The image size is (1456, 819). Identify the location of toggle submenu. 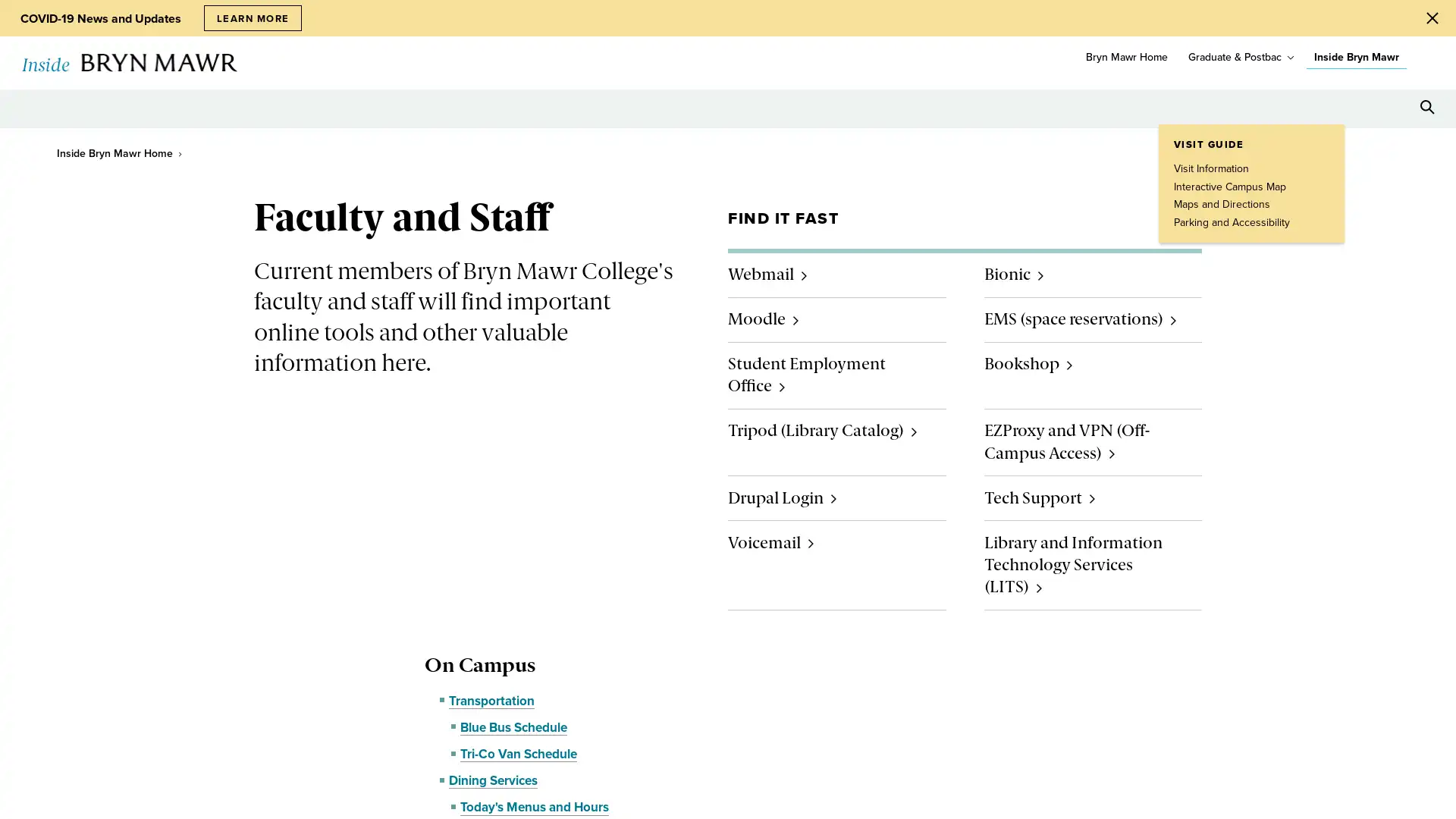
(174, 99).